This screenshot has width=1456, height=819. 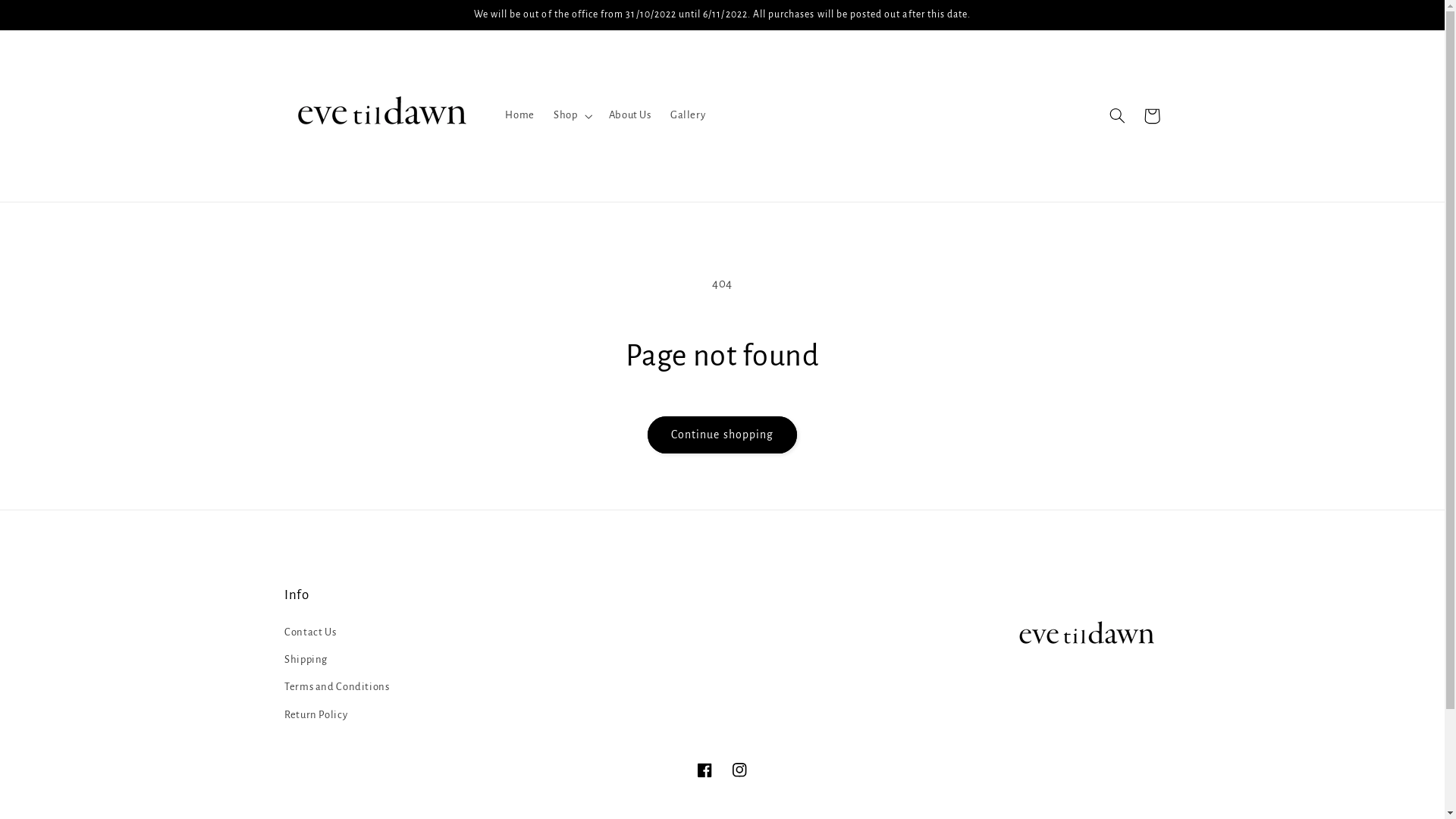 I want to click on 'Return Policy', so click(x=315, y=714).